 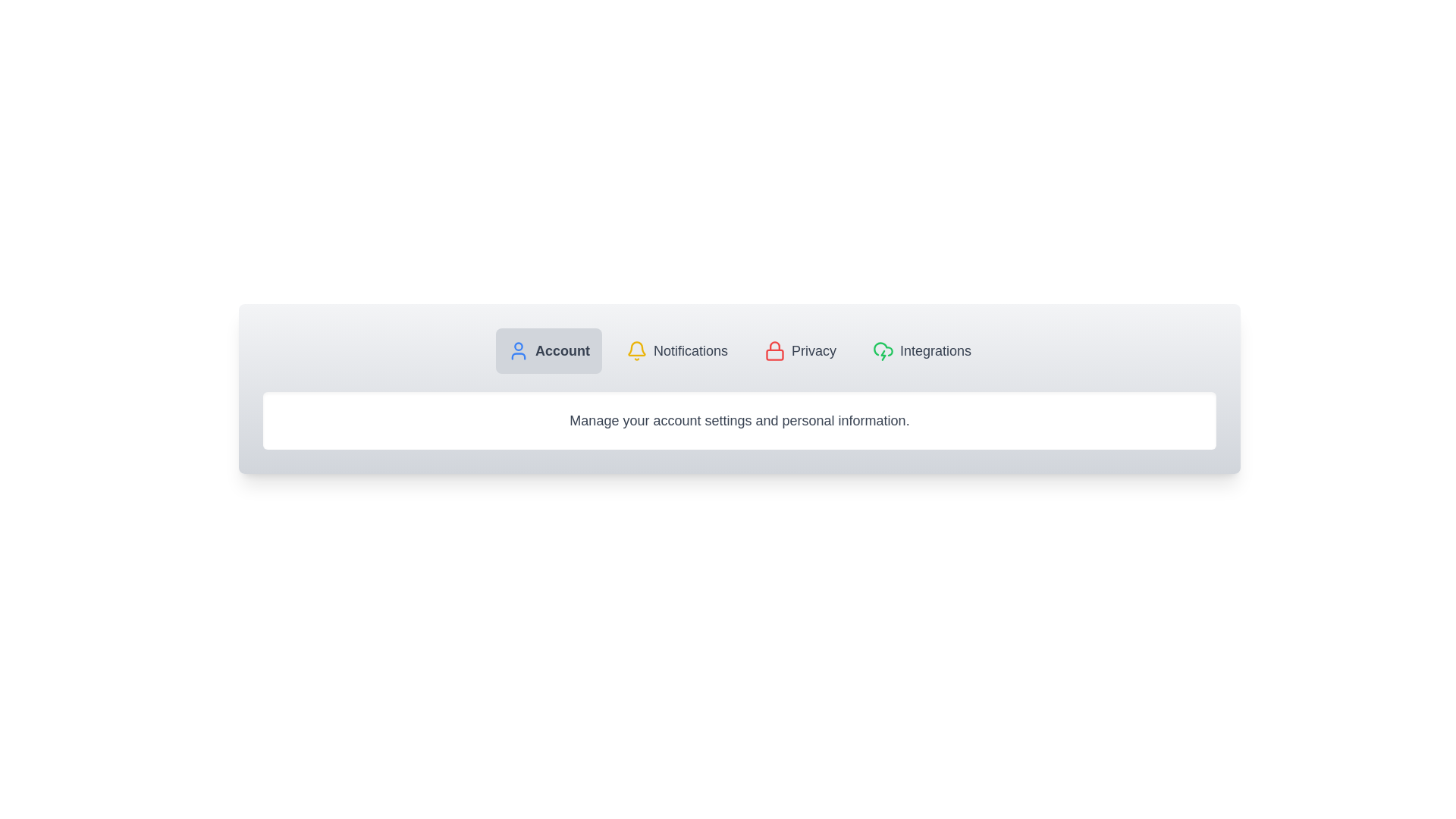 I want to click on the decorative cloud icon representing the 'Integrations' section, located on the rightmost side of the row, so click(x=883, y=349).